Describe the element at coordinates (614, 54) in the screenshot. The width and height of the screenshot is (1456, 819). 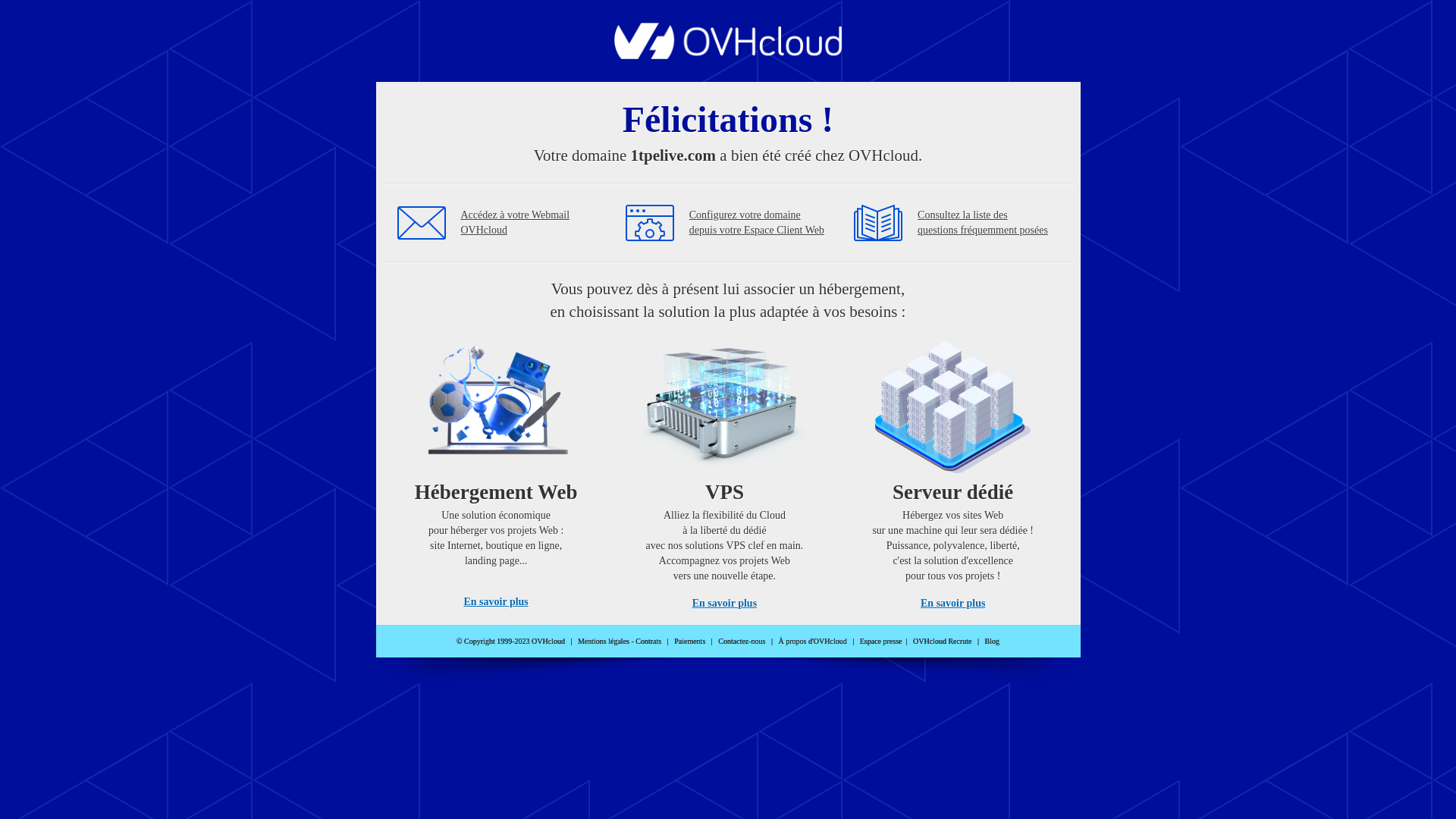
I see `'OVHcloud'` at that location.